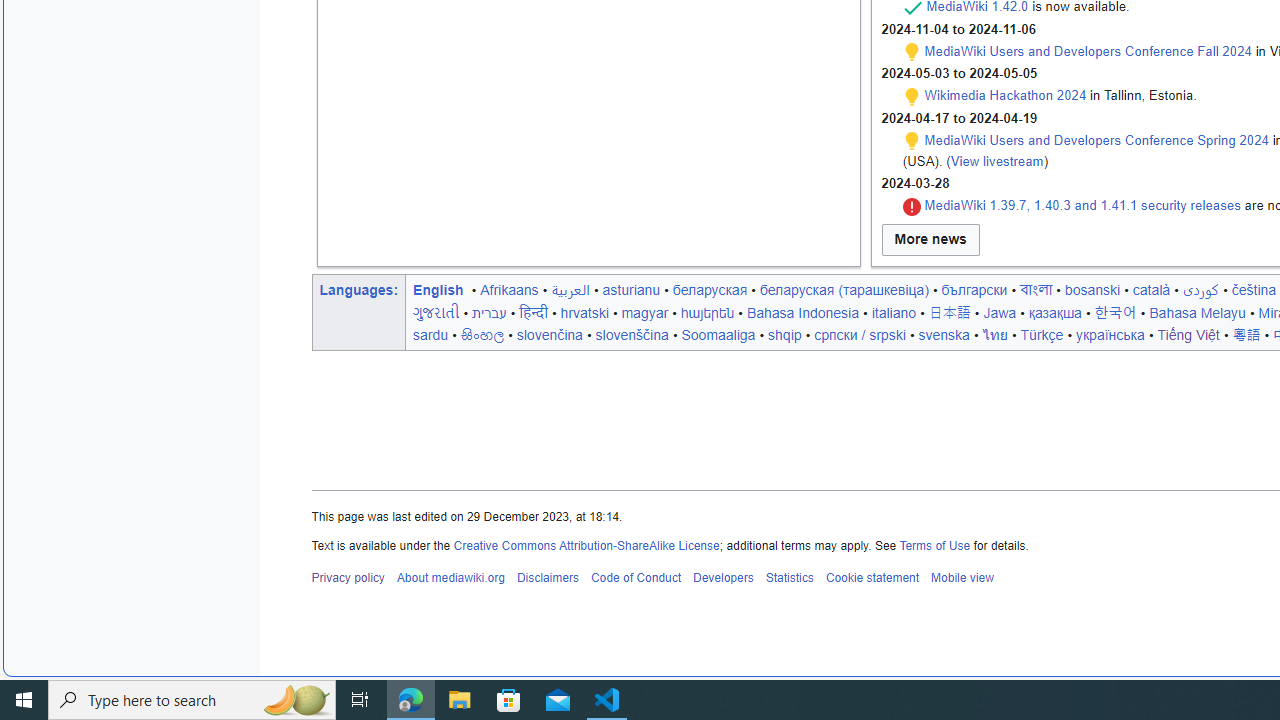  Describe the element at coordinates (509, 289) in the screenshot. I see `'Afrikaans'` at that location.